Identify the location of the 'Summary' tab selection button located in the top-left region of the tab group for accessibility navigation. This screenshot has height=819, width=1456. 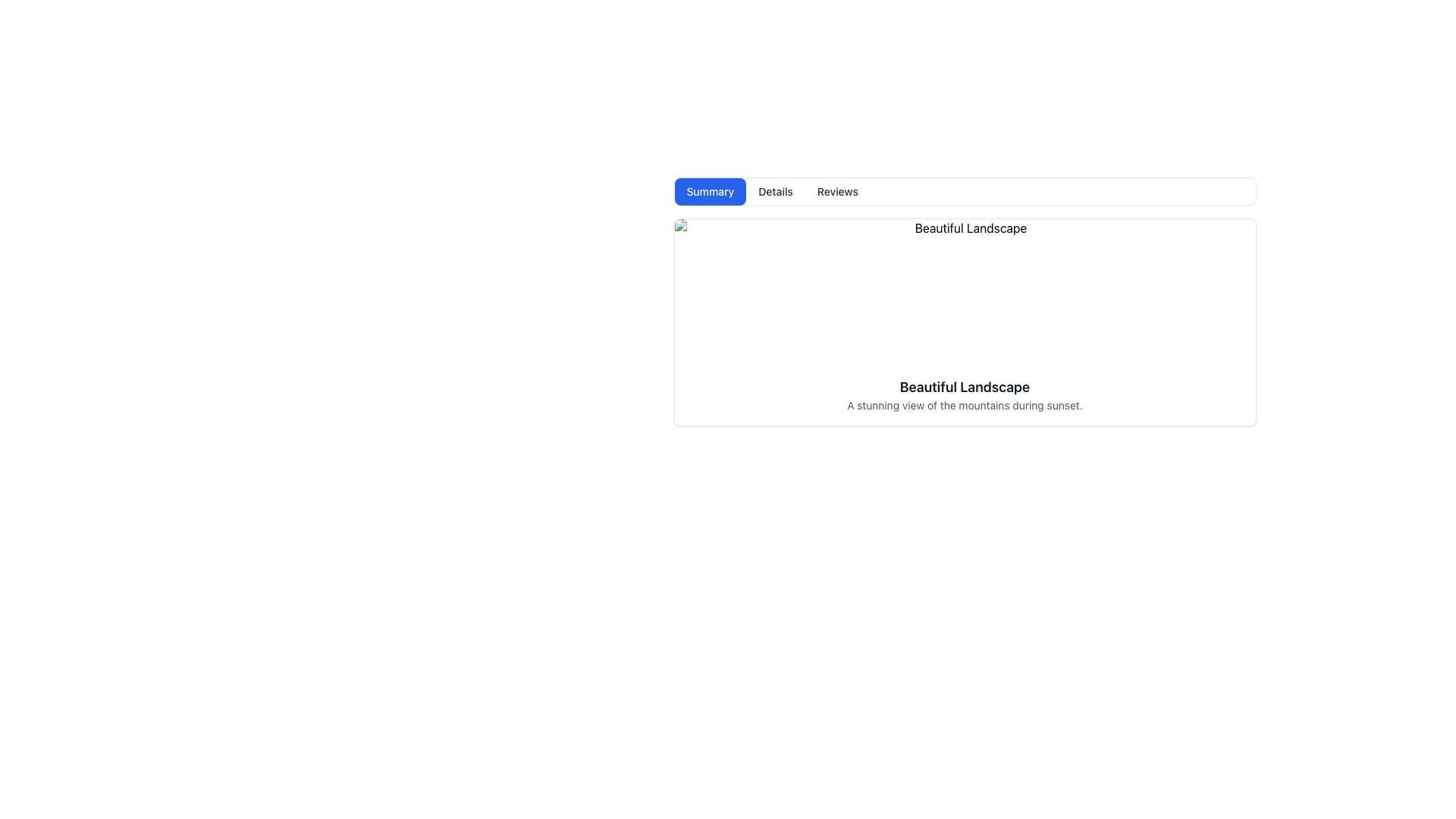
(709, 191).